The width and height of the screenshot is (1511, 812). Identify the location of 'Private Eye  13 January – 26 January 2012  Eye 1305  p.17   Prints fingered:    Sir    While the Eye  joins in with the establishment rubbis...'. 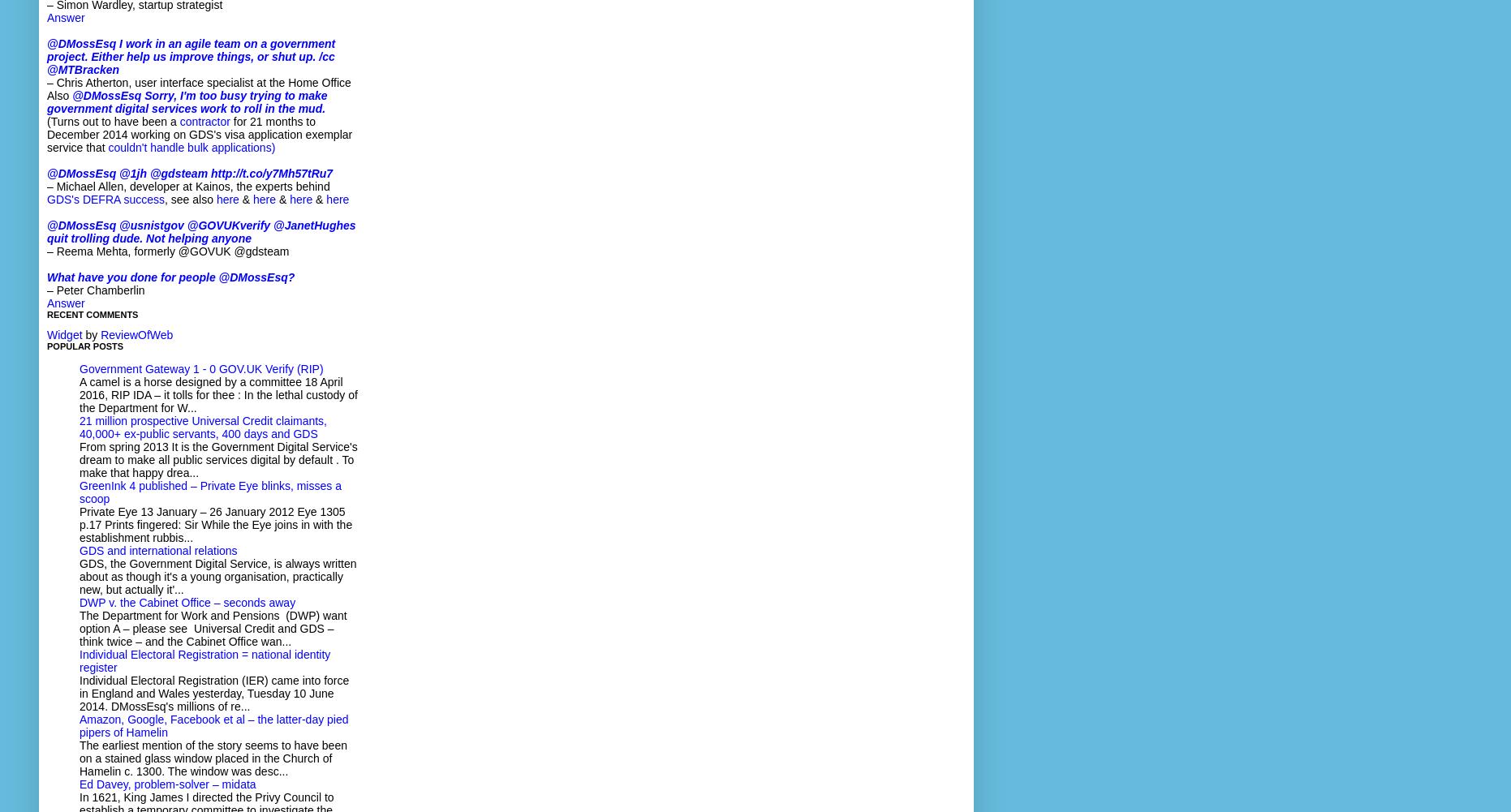
(216, 524).